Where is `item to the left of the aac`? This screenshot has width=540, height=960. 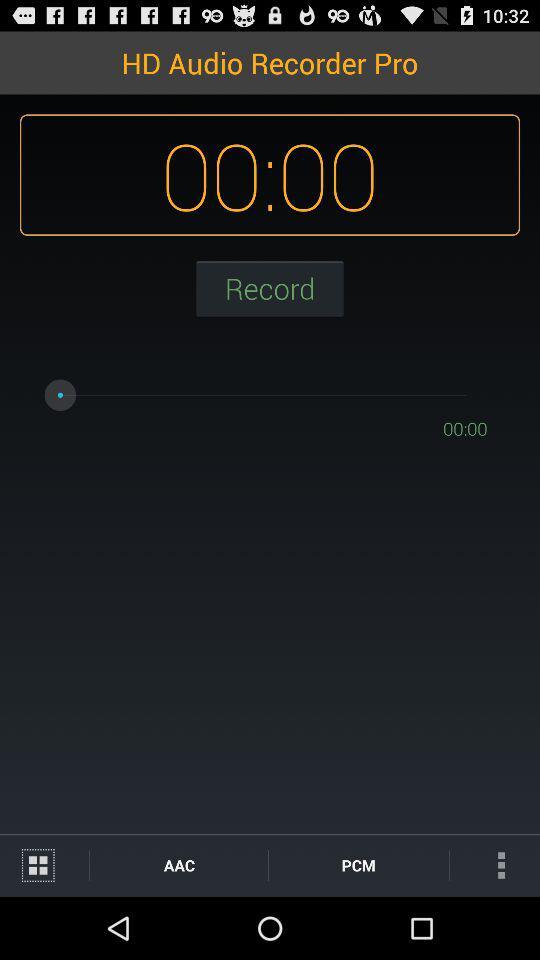
item to the left of the aac is located at coordinates (44, 864).